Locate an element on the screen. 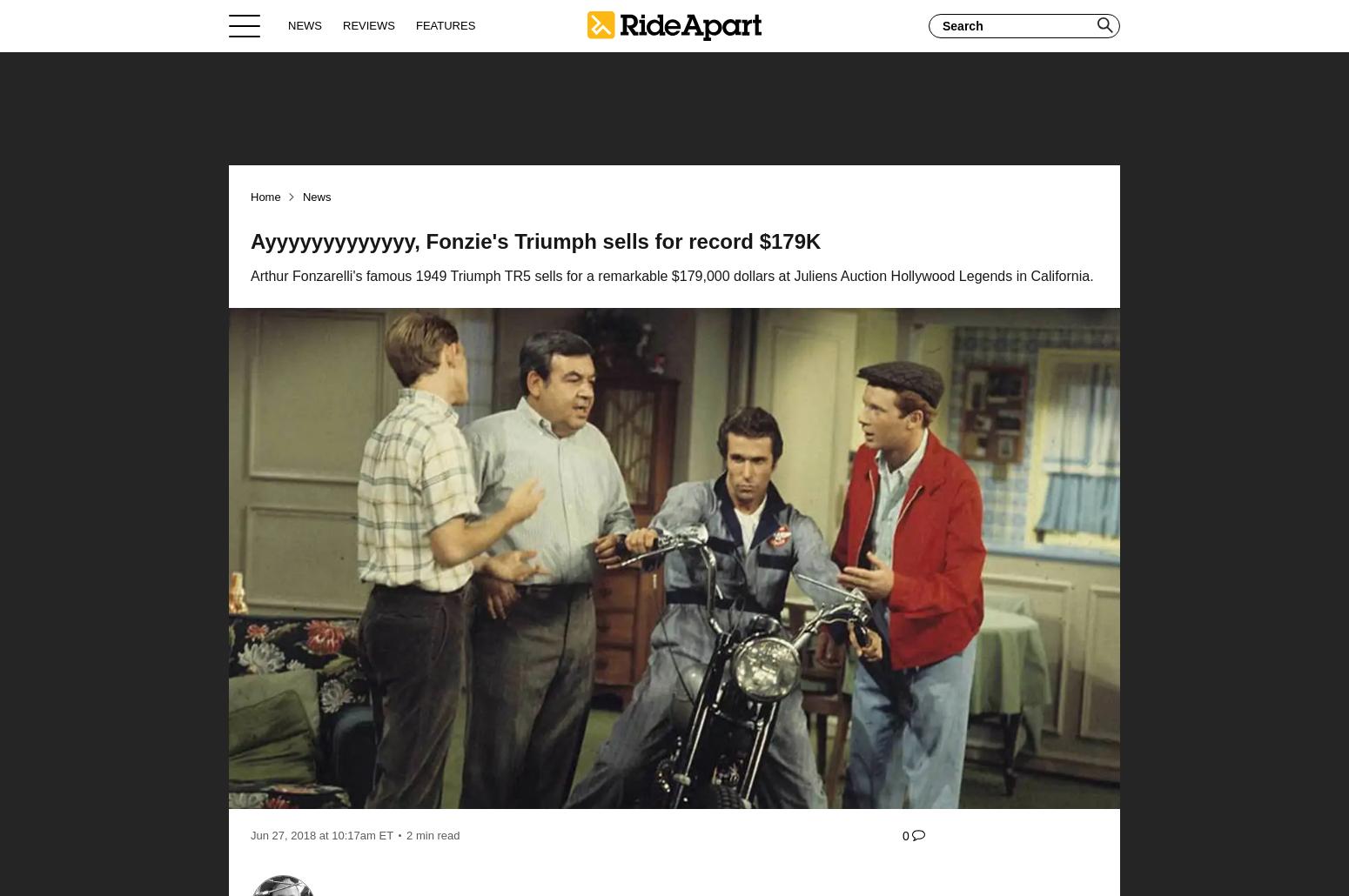 This screenshot has height=896, width=1349. 'Home' is located at coordinates (265, 197).